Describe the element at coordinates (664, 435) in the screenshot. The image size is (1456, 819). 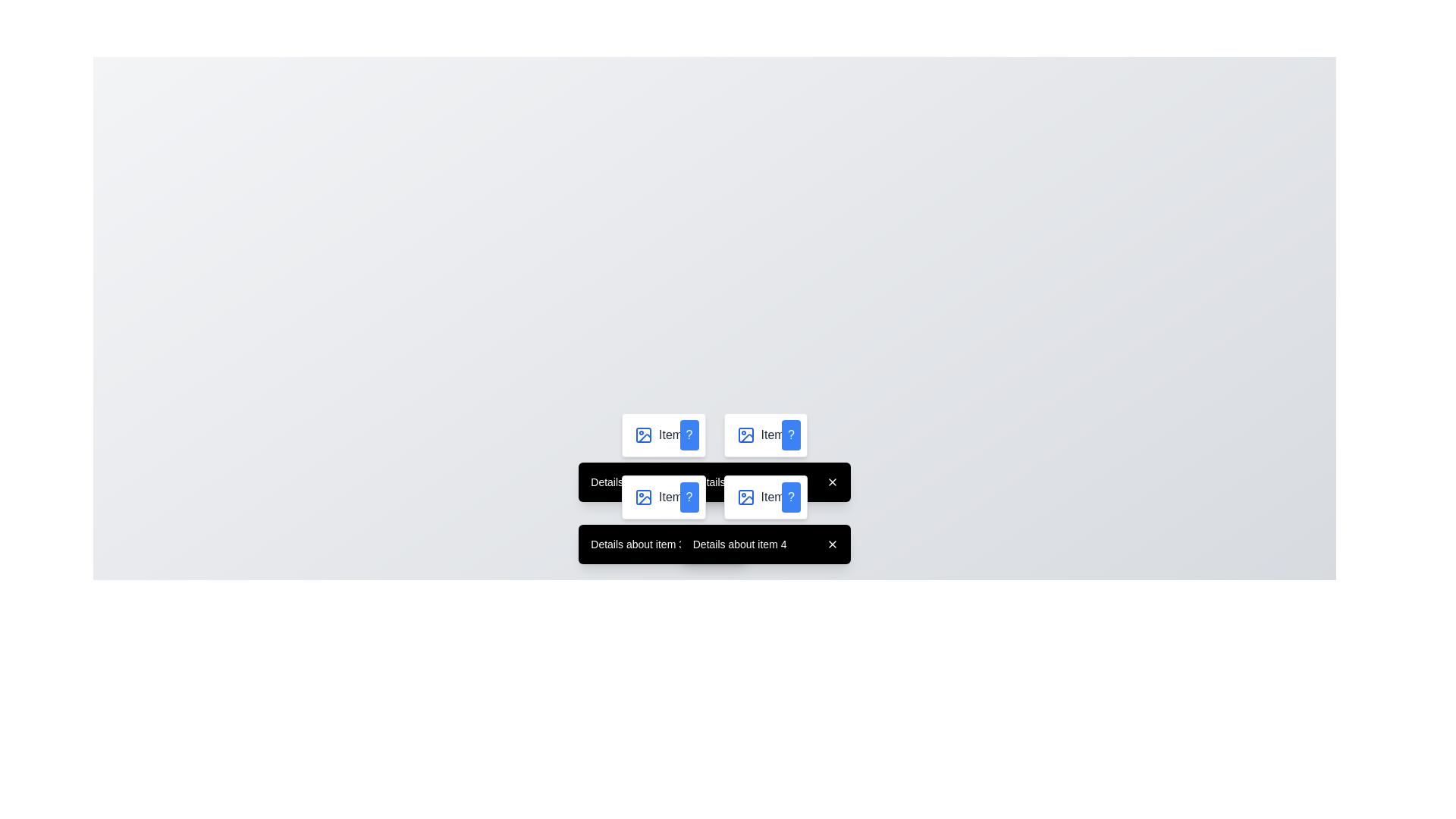
I see `the Text Label with Icon located in the top-left corner of a white card` at that location.